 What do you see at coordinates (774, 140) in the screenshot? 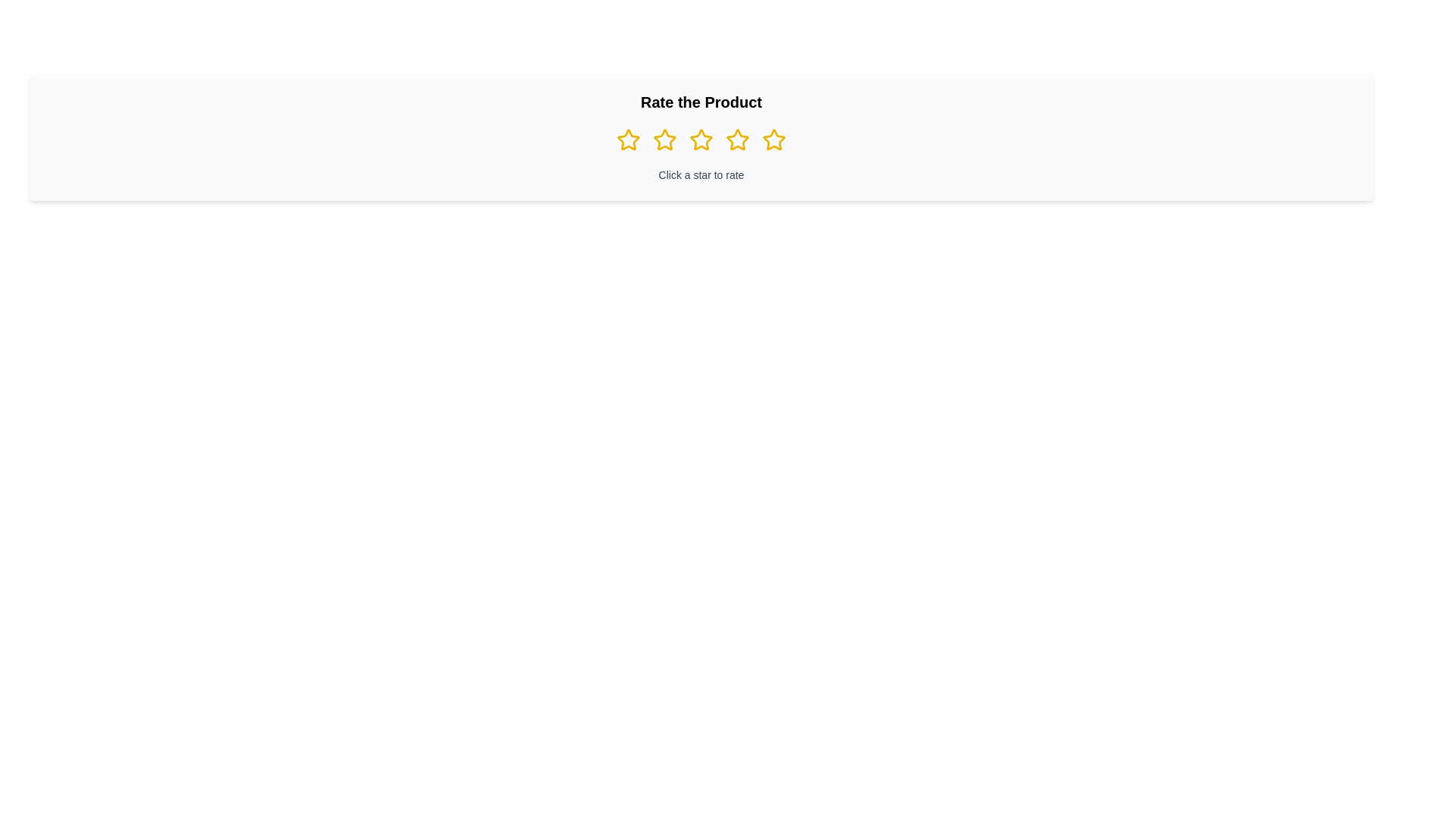
I see `the fifth star icon` at bounding box center [774, 140].